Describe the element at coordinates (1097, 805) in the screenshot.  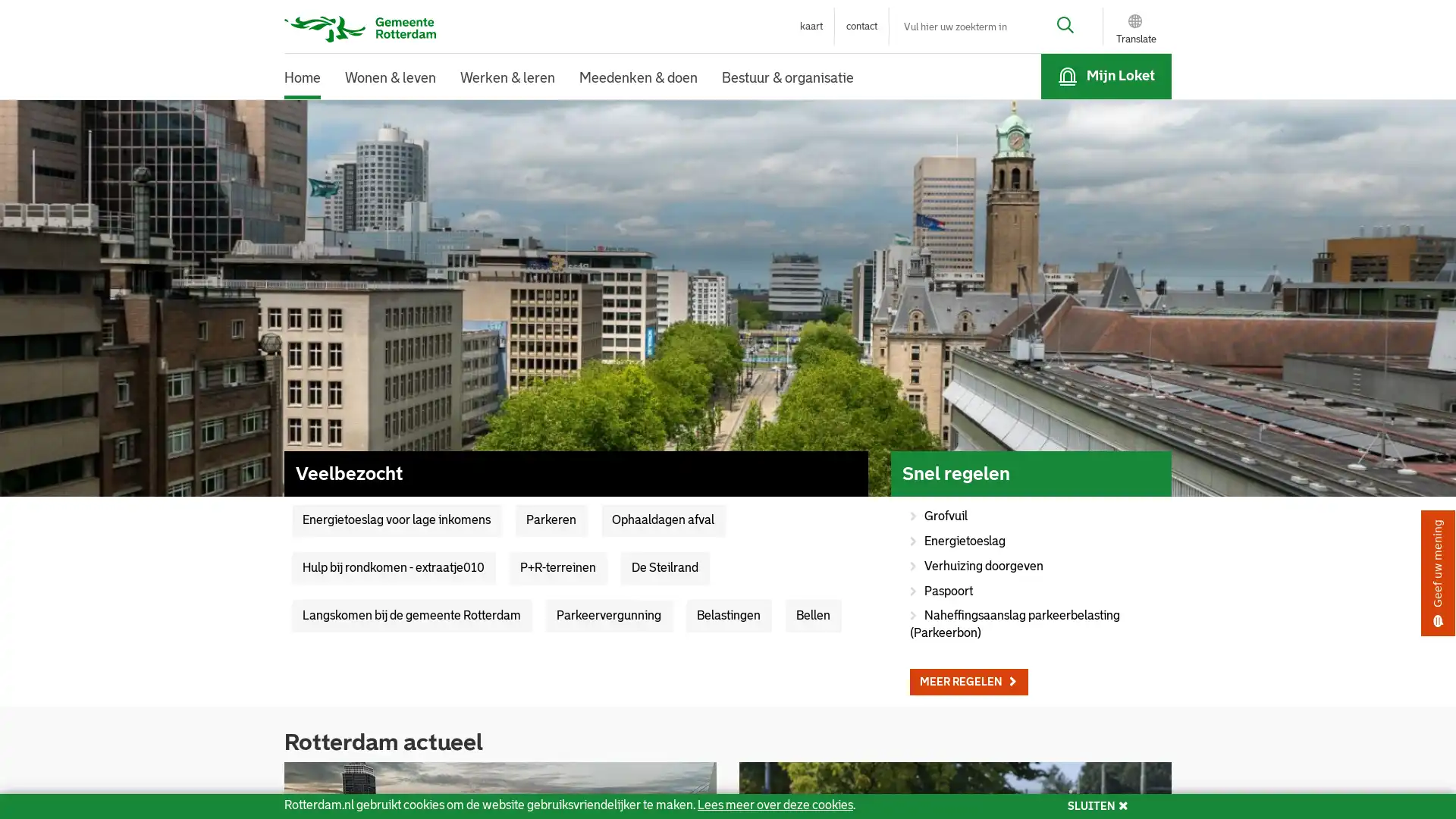
I see `SLUITEN` at that location.